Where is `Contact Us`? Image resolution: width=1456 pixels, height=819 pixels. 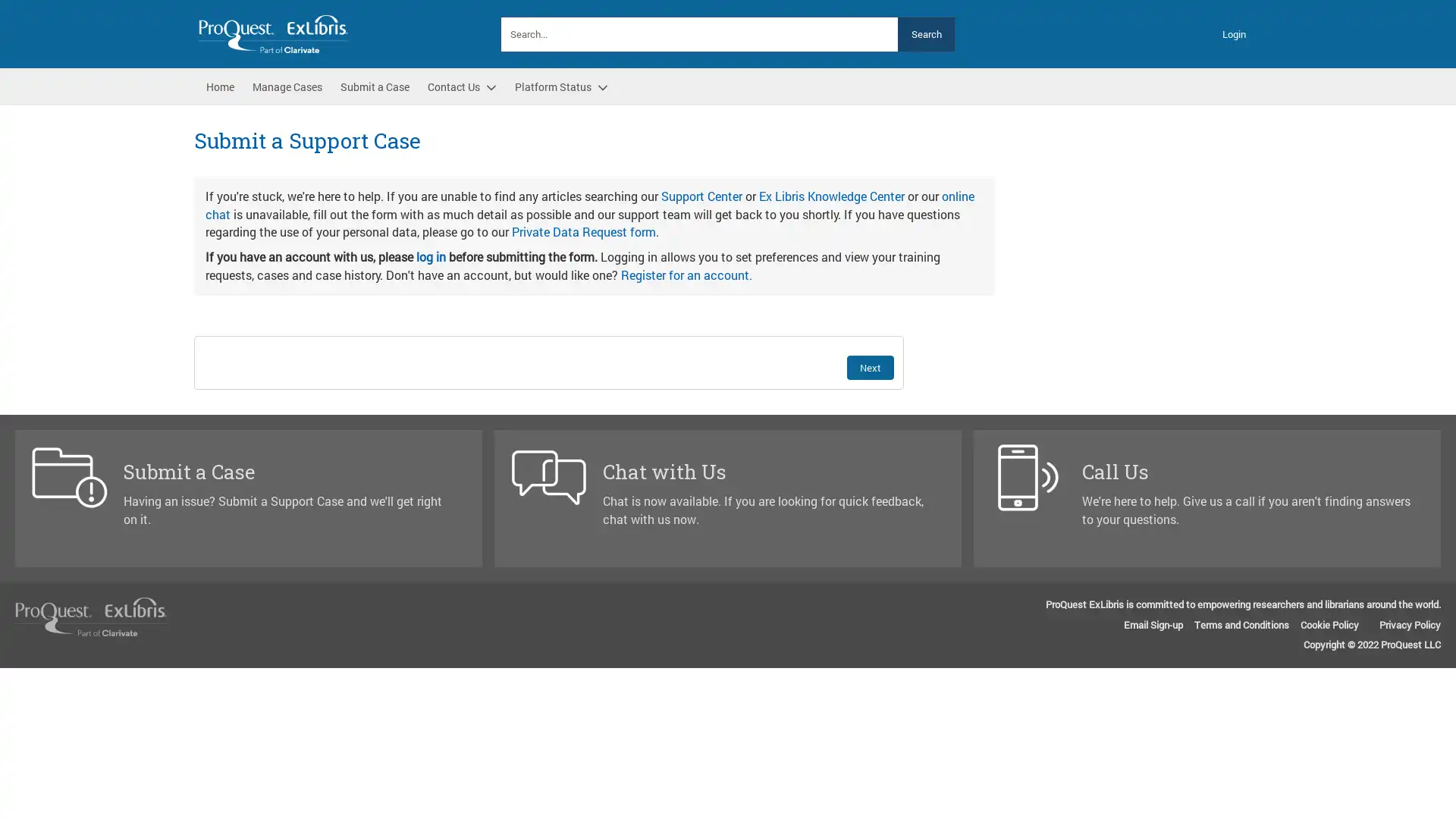
Contact Us is located at coordinates (461, 86).